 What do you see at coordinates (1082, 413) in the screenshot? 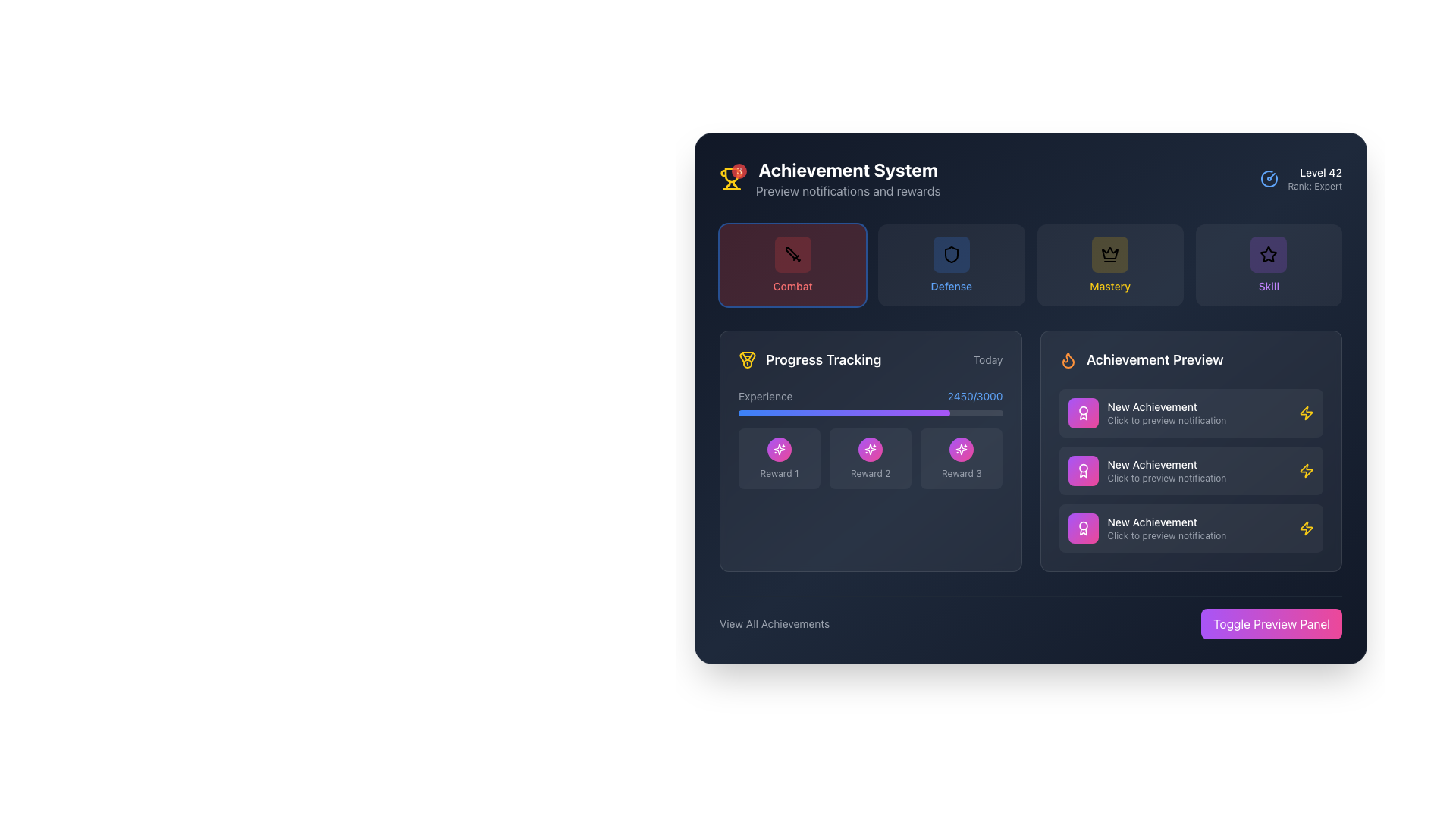
I see `the circular badge icon with a decorative ribbon-like design, located in the top-left corner of the interface, near categories like 'Combat' and 'Defense'` at bounding box center [1082, 413].